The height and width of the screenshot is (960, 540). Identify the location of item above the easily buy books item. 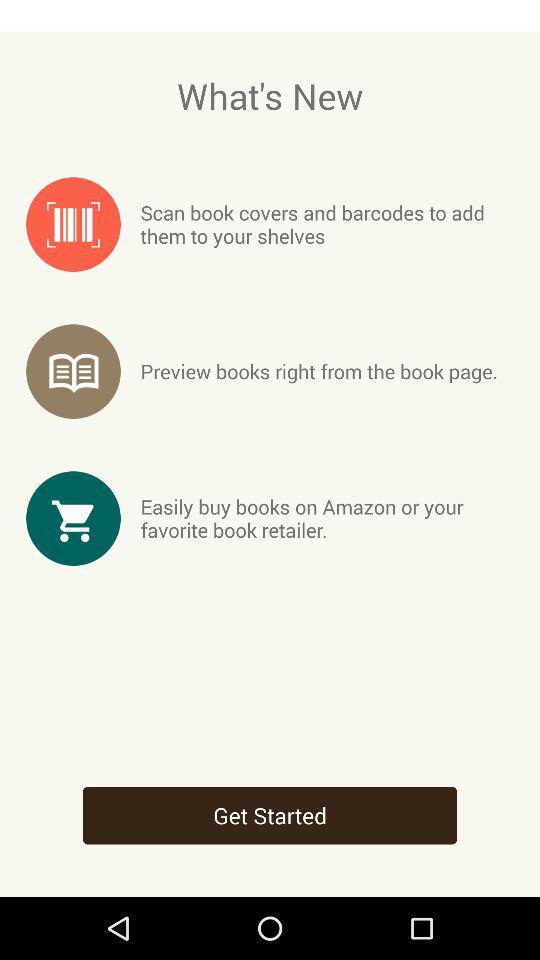
(319, 370).